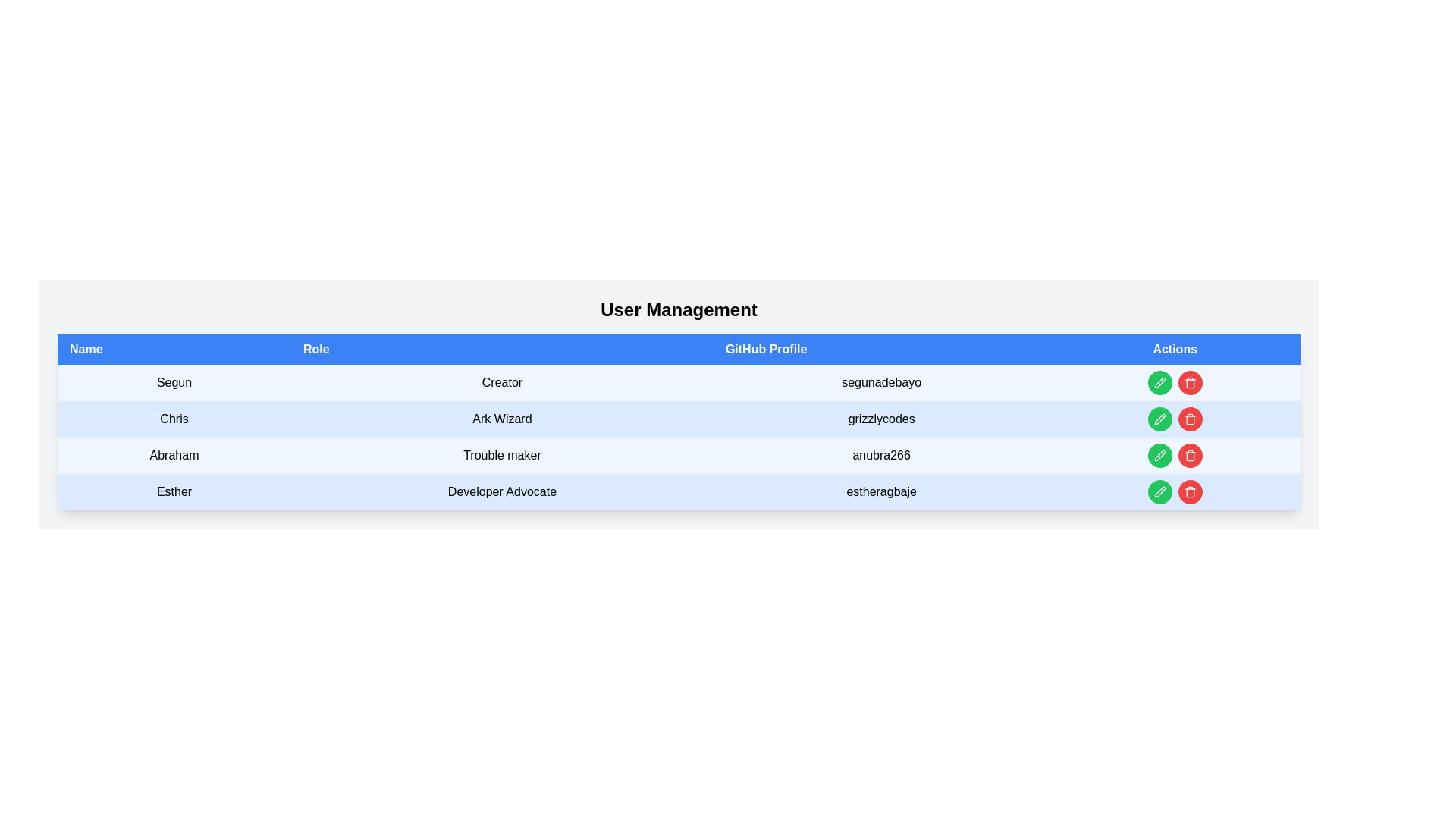 Image resolution: width=1456 pixels, height=819 pixels. I want to click on the pencil icon button in the 'Actions' column for the user 'Abraham', so click(1159, 455).